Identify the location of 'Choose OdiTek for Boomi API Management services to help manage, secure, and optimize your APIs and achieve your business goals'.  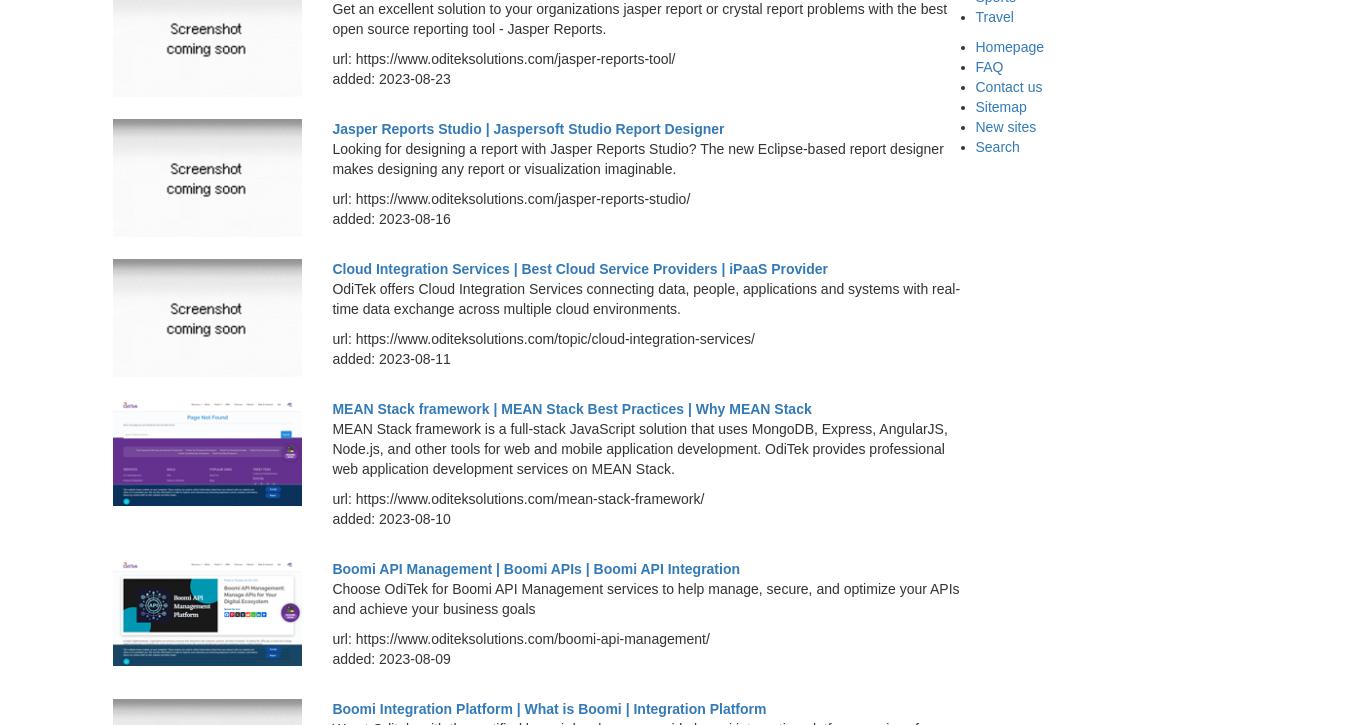
(644, 598).